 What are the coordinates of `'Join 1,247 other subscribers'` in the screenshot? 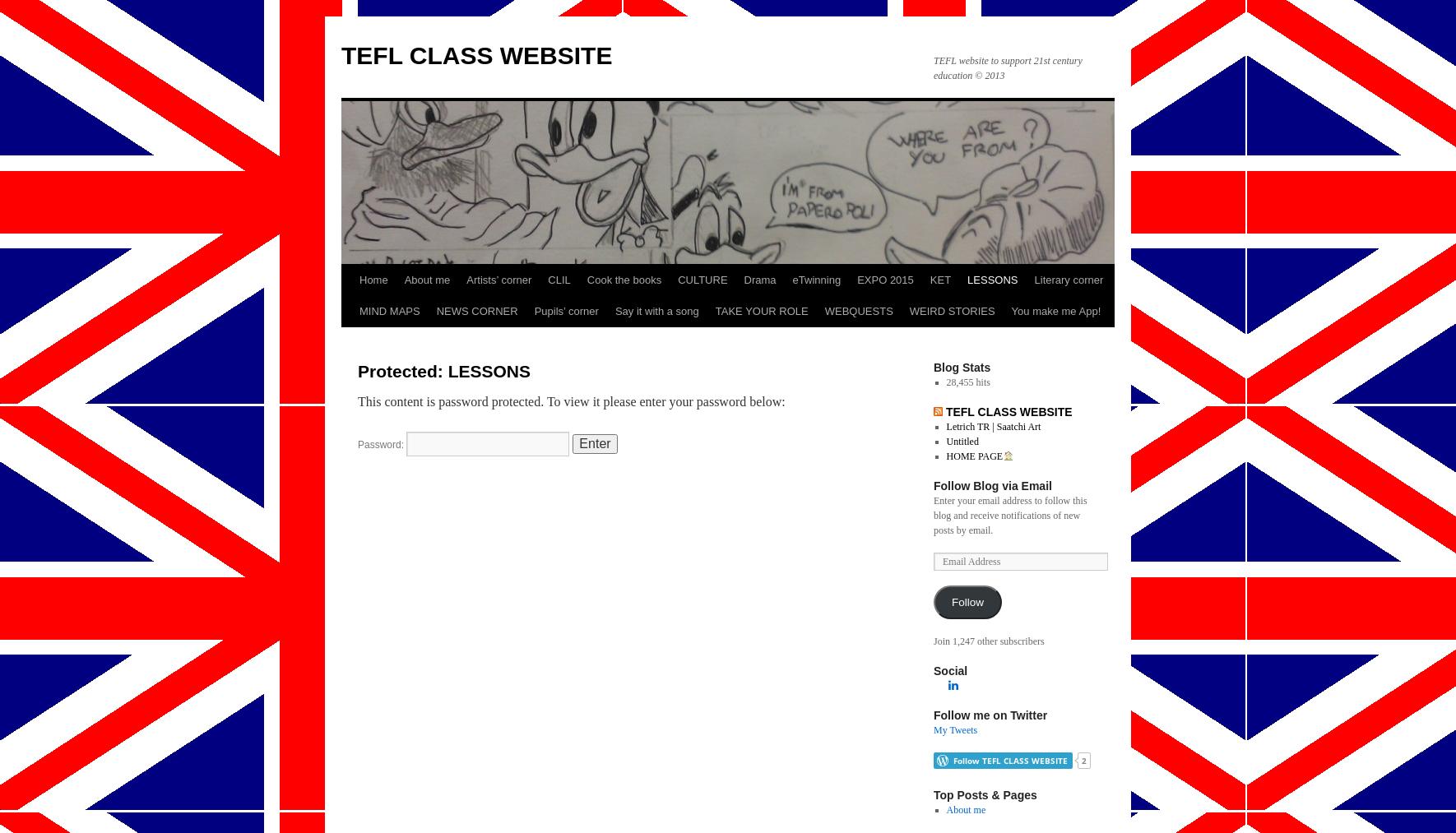 It's located at (988, 641).